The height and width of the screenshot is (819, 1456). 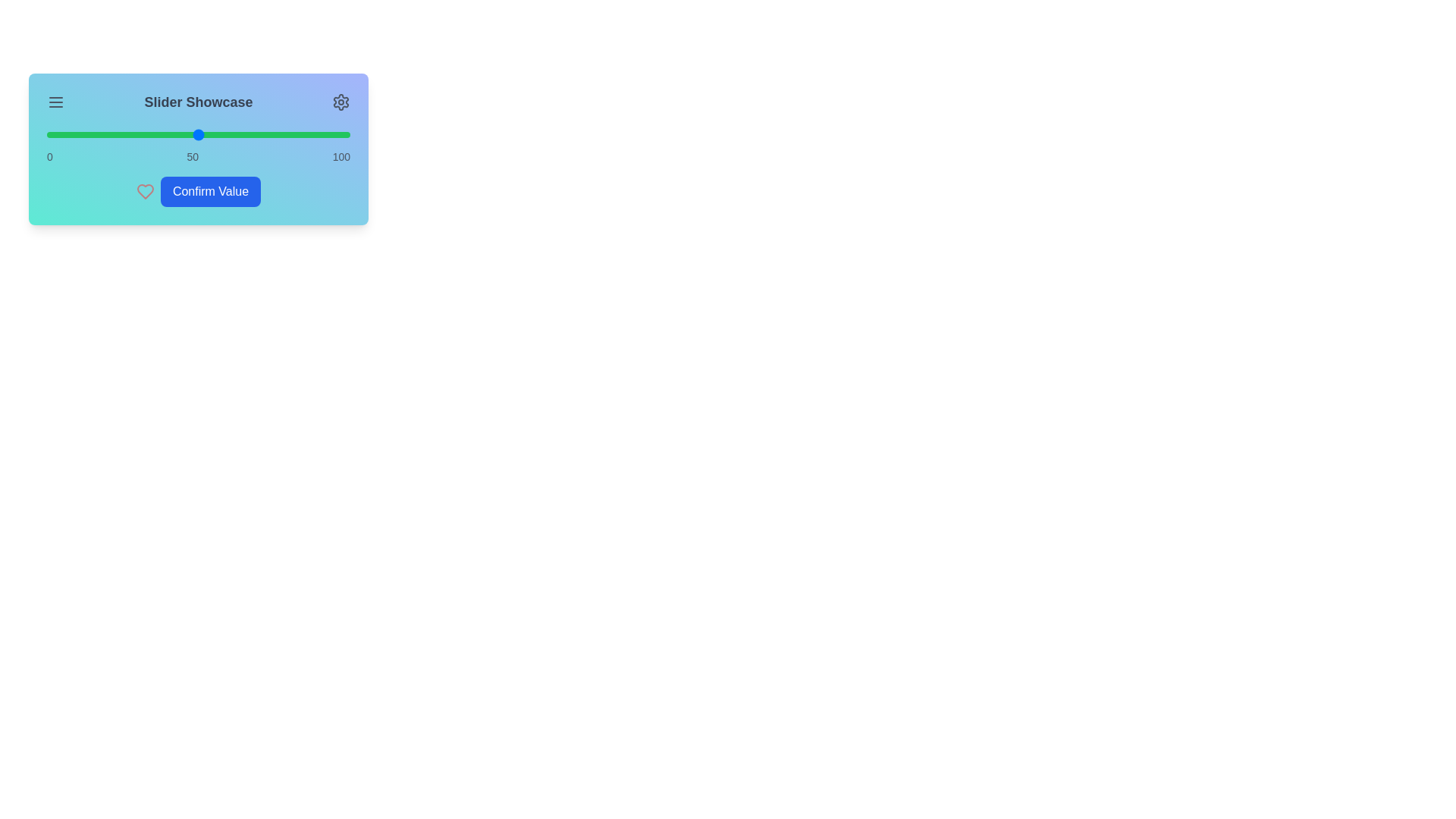 What do you see at coordinates (340, 102) in the screenshot?
I see `the Settings icon` at bounding box center [340, 102].